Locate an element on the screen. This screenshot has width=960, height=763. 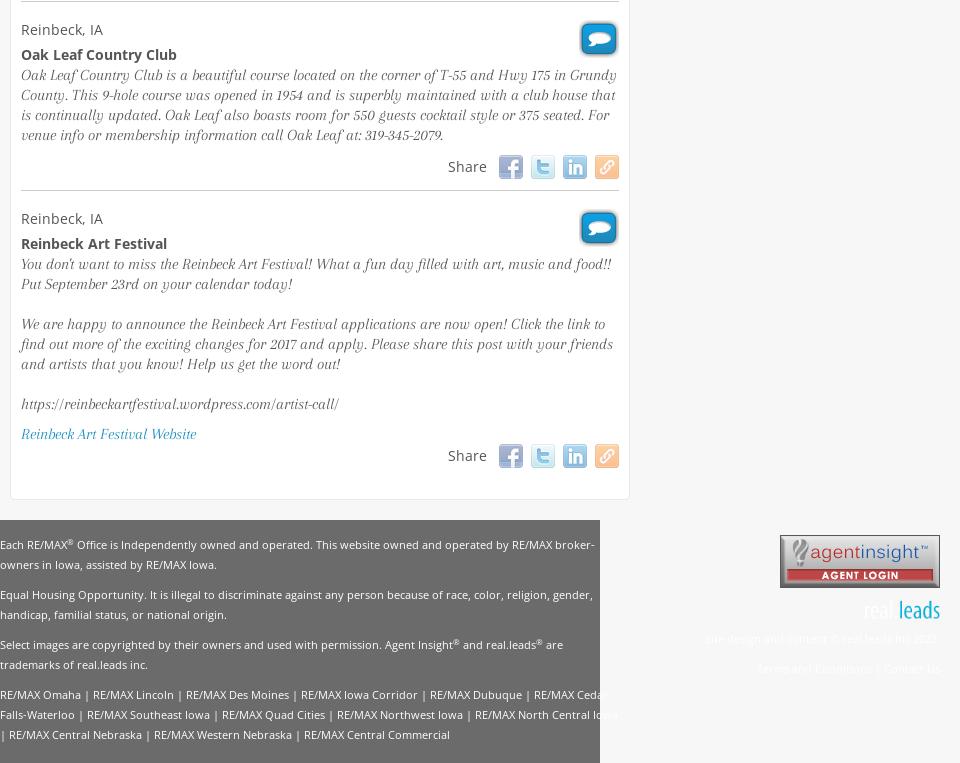
'RE/MAX North Central Iowa' is located at coordinates (546, 714).